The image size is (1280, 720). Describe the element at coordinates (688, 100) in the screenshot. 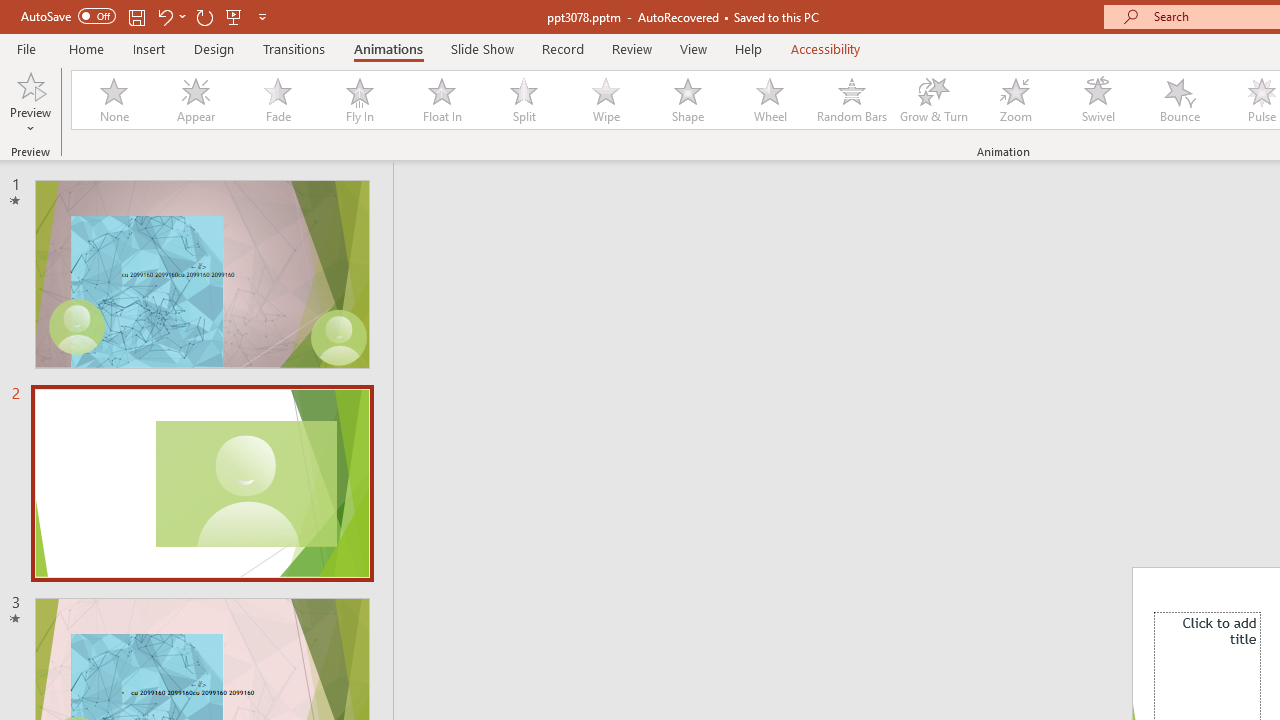

I see `'Shape'` at that location.